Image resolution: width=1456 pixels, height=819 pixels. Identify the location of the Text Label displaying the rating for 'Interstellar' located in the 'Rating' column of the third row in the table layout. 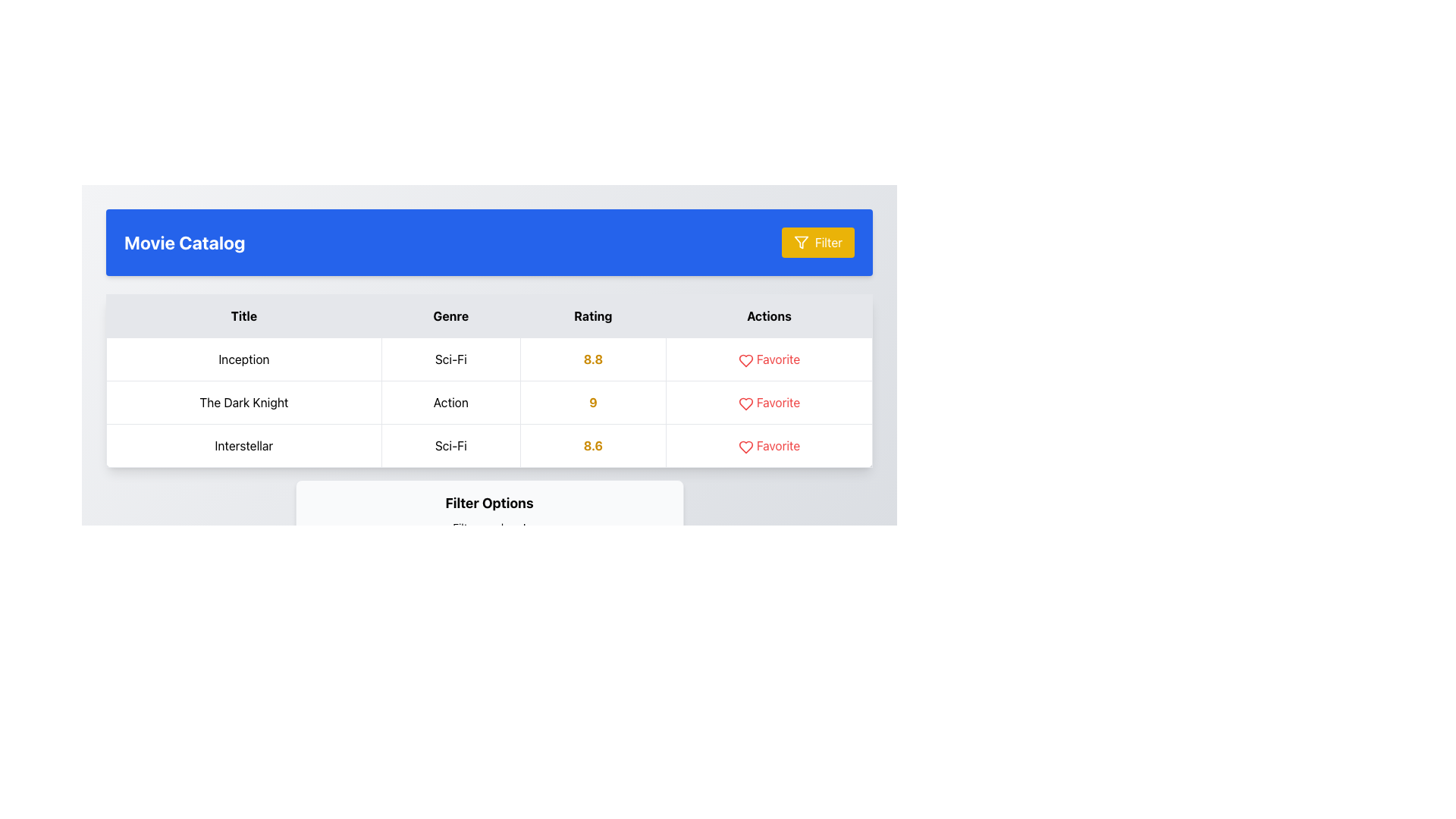
(592, 444).